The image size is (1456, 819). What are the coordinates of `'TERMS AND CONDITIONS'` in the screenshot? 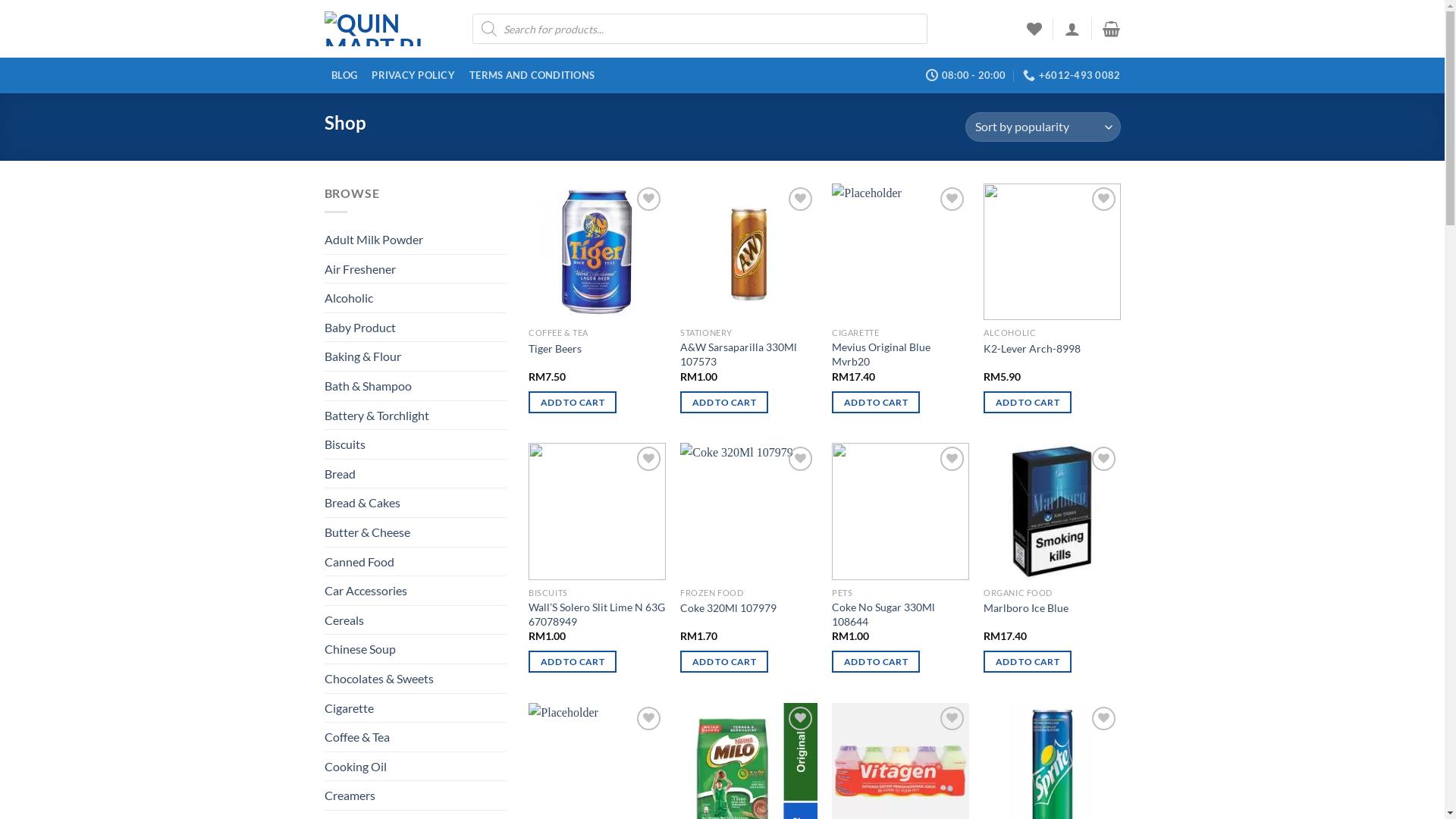 It's located at (532, 75).